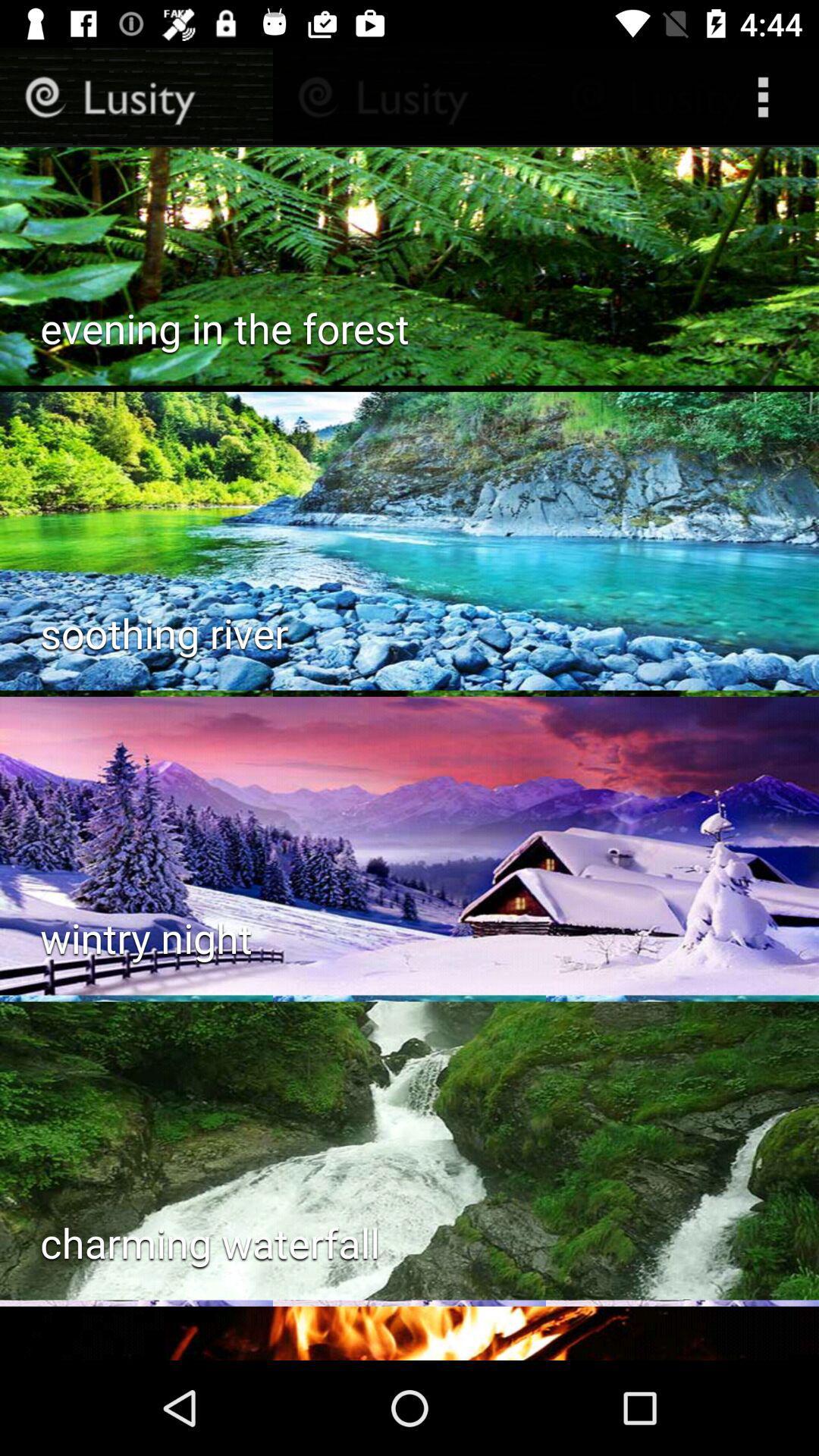 Image resolution: width=819 pixels, height=1456 pixels. I want to click on the more icon, so click(763, 96).